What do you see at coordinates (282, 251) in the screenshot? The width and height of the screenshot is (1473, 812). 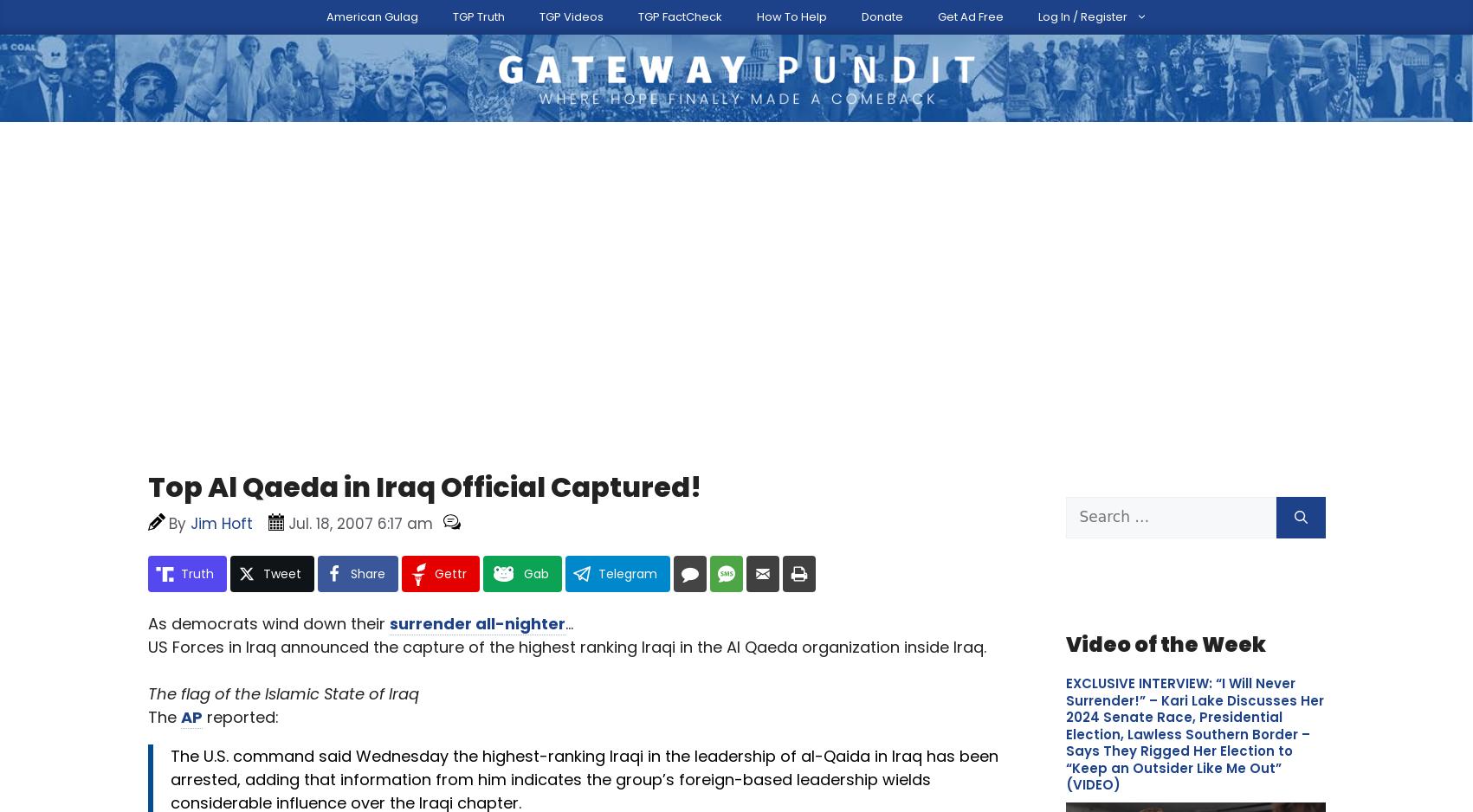 I see `'The New Normal of Selling a Home Today'` at bounding box center [282, 251].